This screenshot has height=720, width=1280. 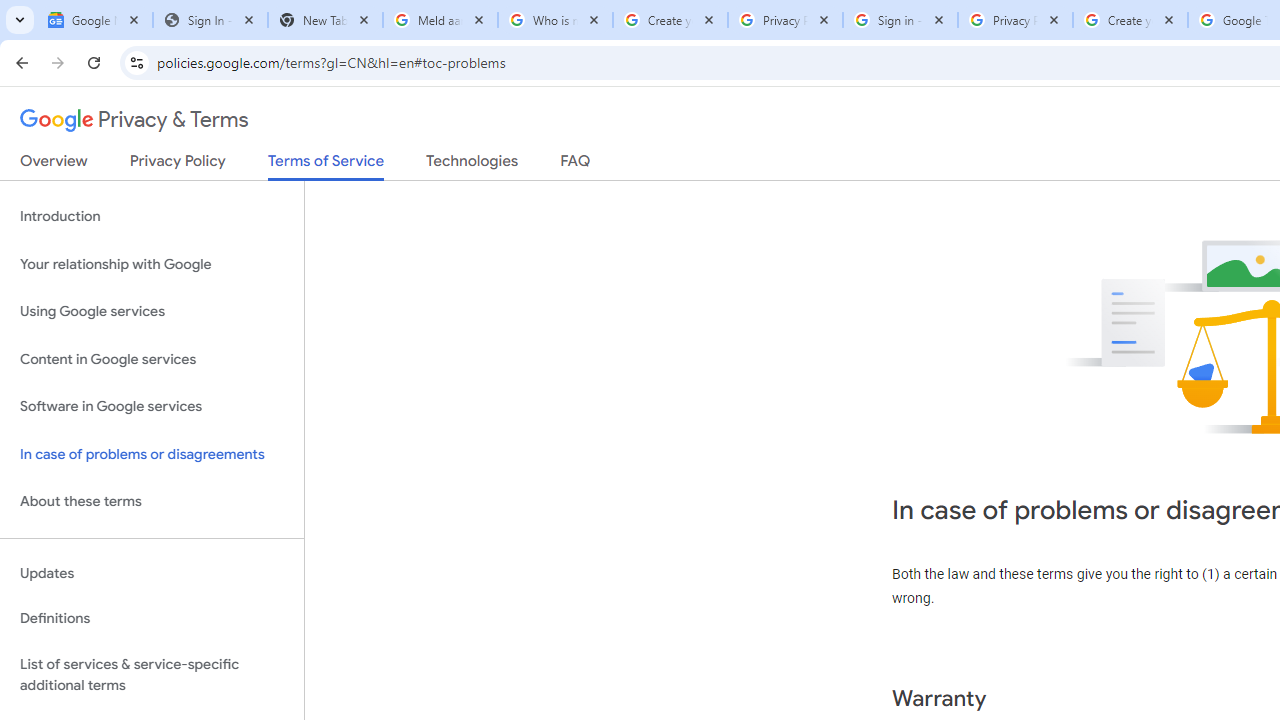 What do you see at coordinates (151, 312) in the screenshot?
I see `'Using Google services'` at bounding box center [151, 312].